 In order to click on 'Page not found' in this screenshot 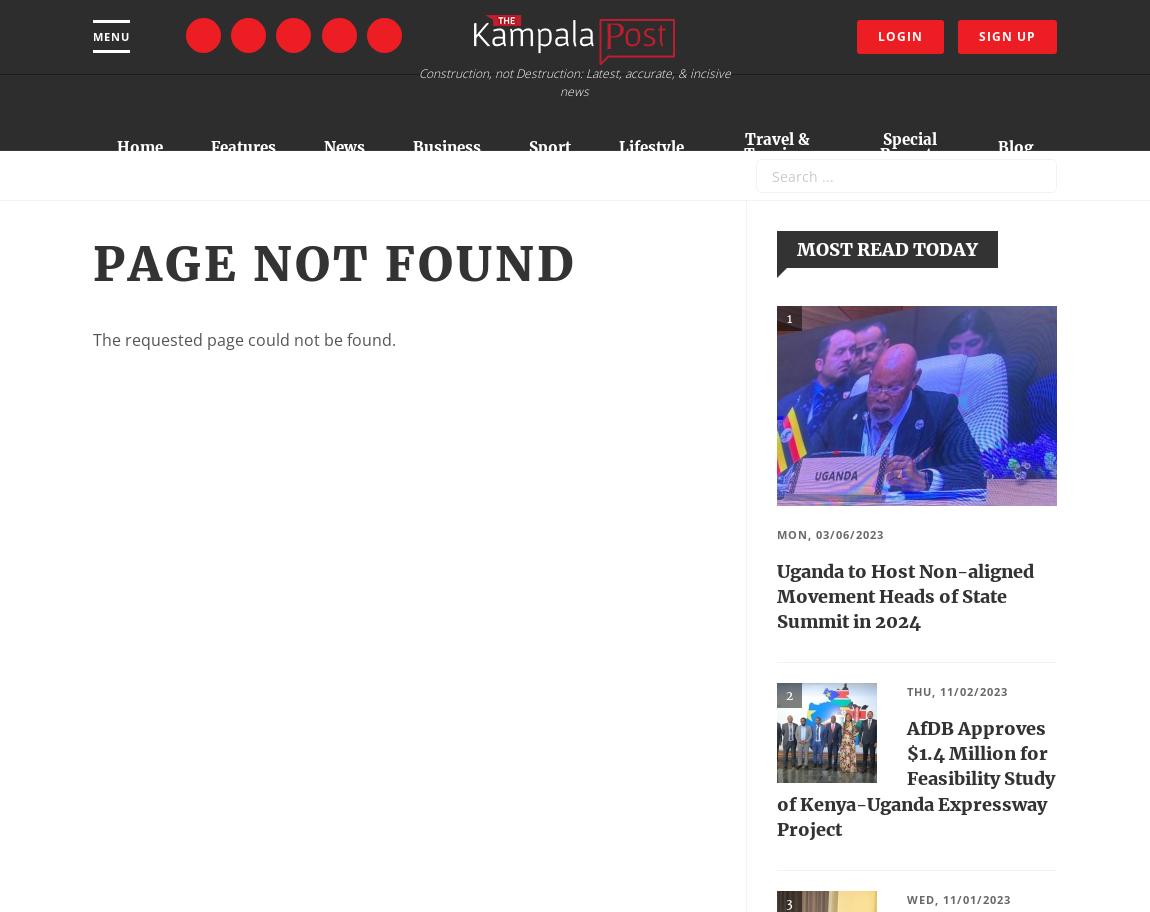, I will do `click(334, 264)`.